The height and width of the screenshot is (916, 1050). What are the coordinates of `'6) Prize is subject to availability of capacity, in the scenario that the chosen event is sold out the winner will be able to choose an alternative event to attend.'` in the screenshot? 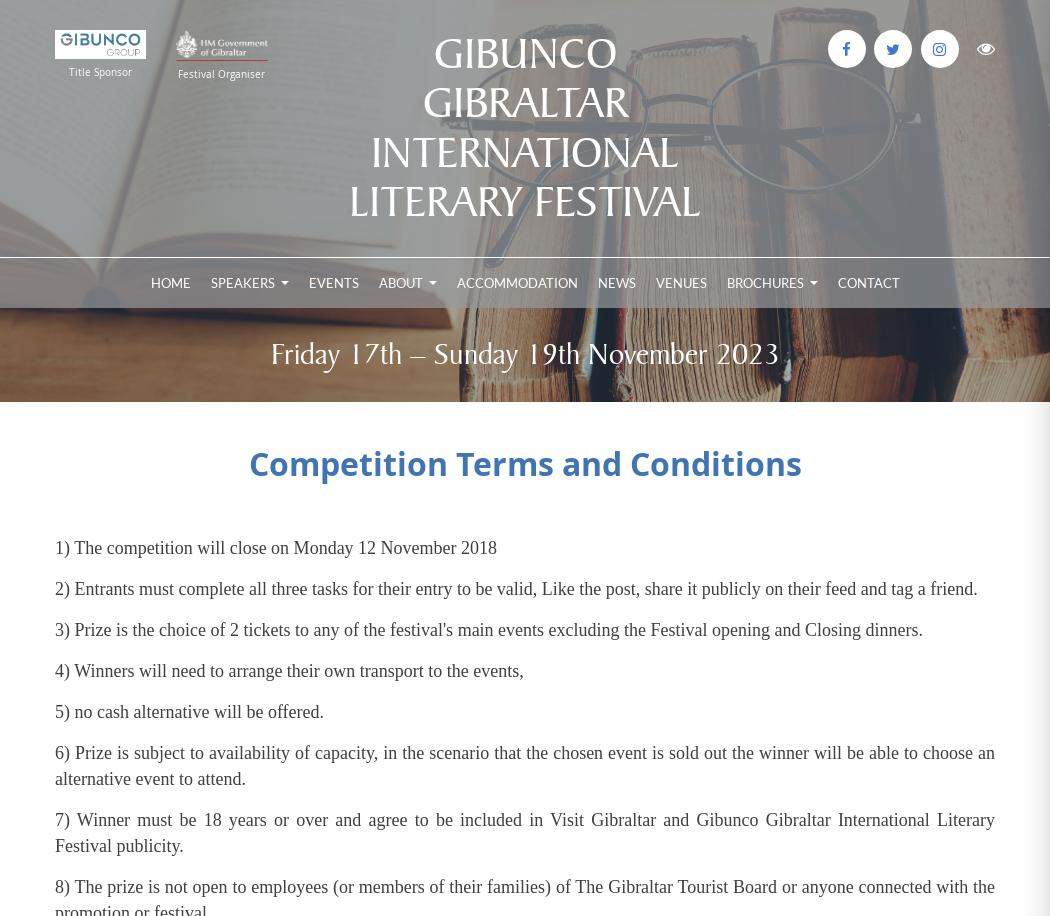 It's located at (525, 764).